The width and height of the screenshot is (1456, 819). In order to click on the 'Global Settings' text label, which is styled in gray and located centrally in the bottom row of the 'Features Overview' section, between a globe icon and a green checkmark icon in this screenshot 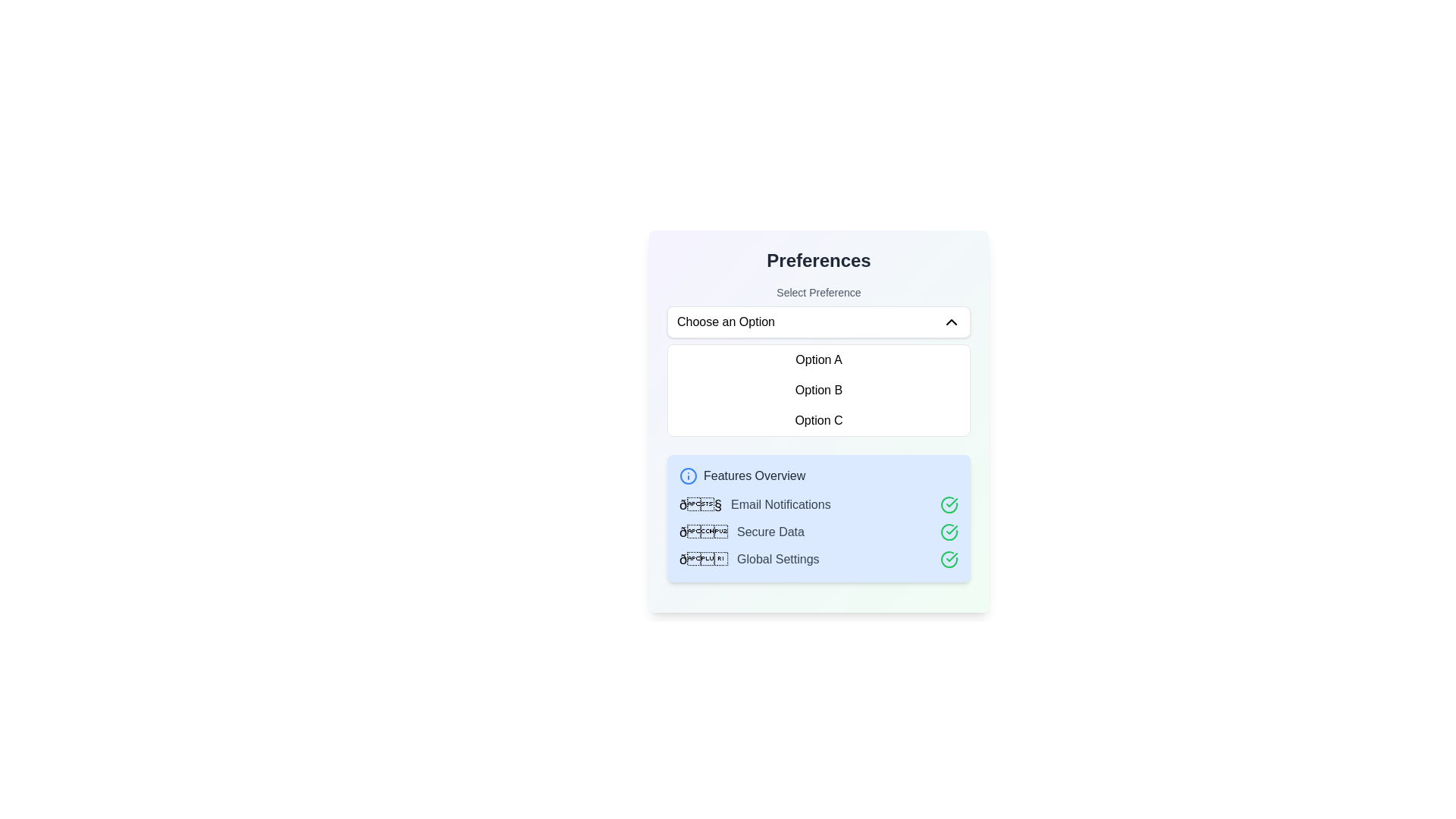, I will do `click(778, 559)`.